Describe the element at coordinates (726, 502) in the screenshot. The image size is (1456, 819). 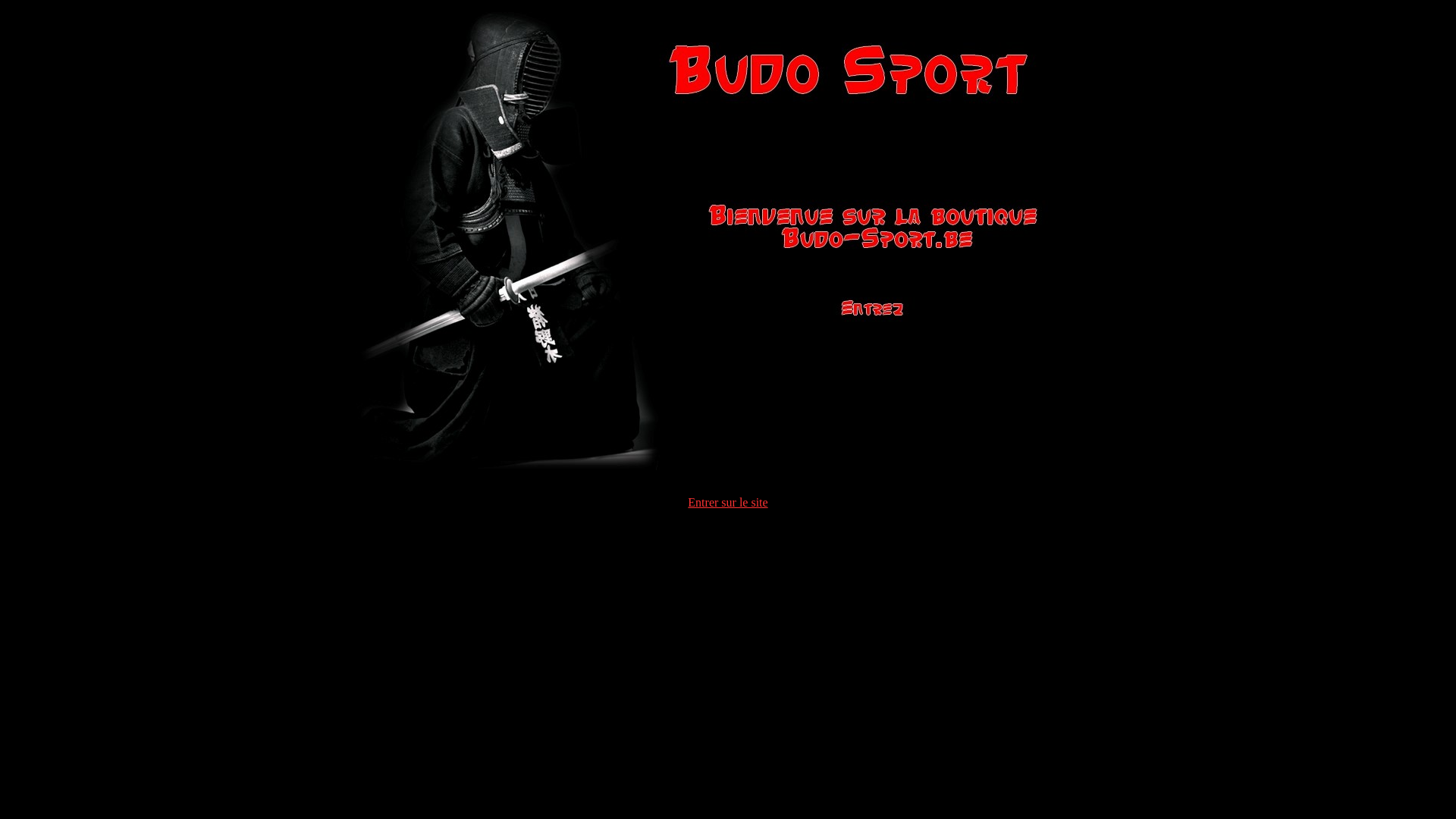
I see `'Entrer sur le site'` at that location.